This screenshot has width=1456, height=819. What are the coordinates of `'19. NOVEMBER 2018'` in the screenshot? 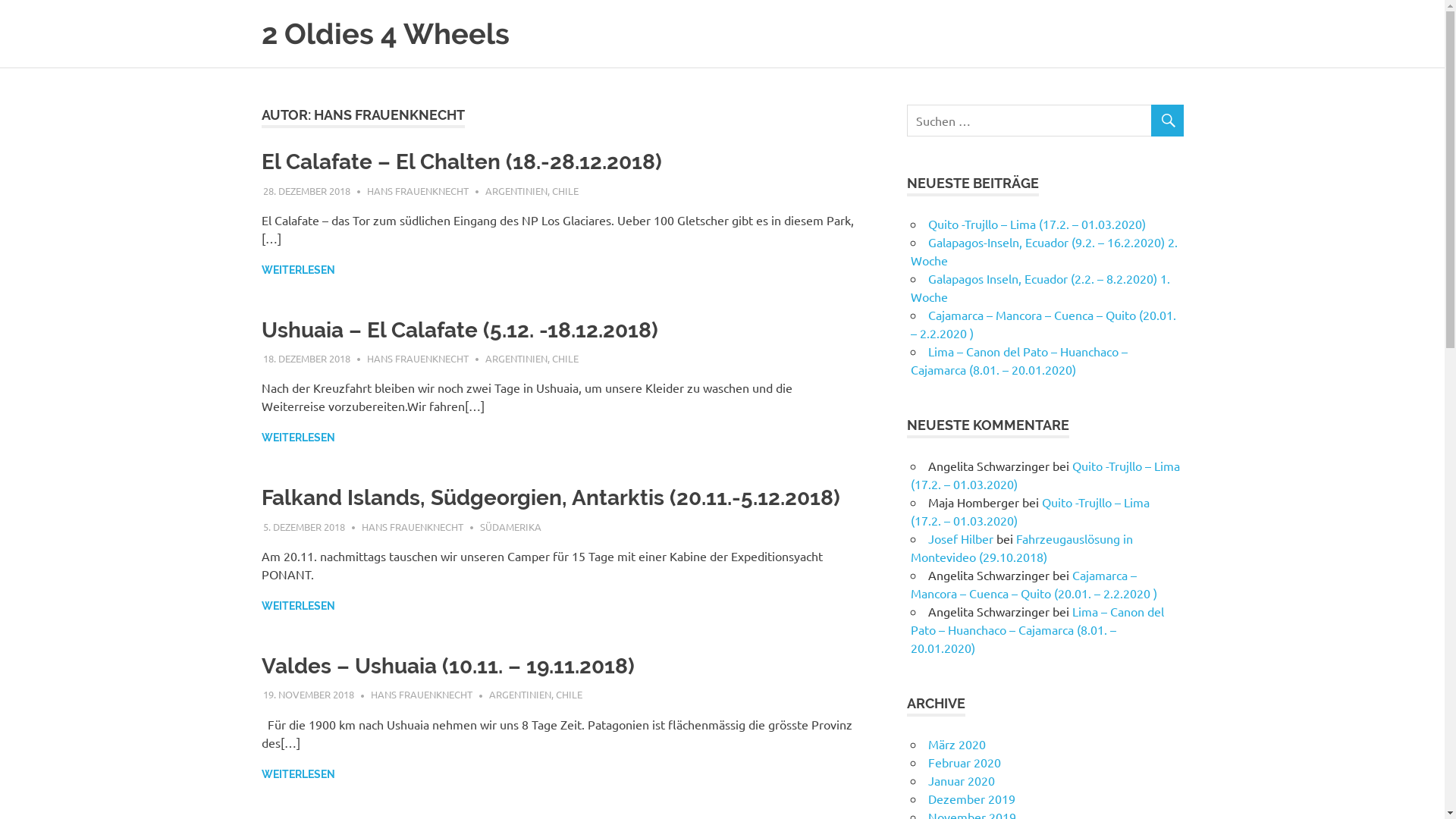 It's located at (308, 694).